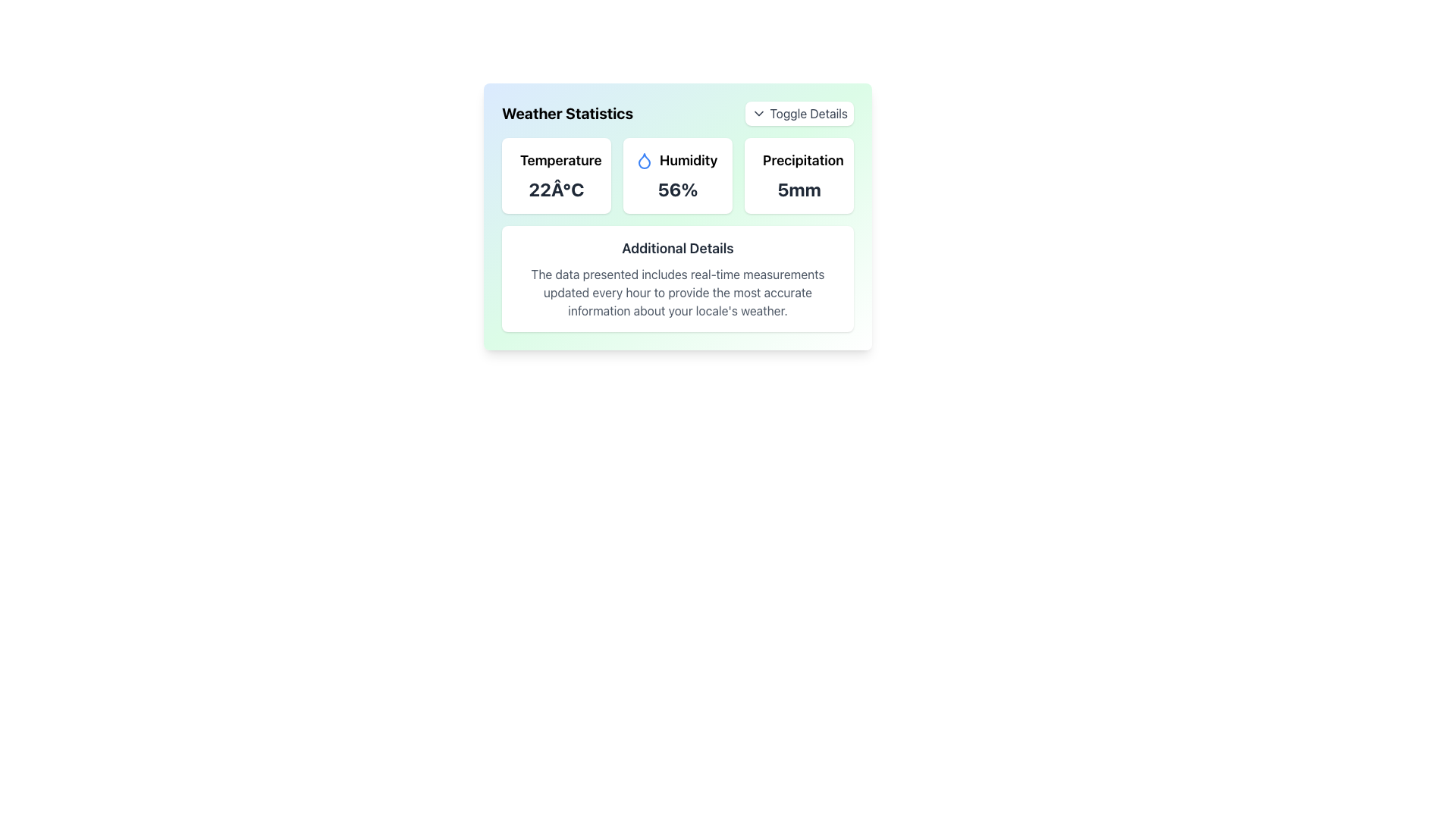 The height and width of the screenshot is (819, 1456). What do you see at coordinates (799, 189) in the screenshot?
I see `the text label displaying the precipitation level of '5mm' located within the 'Precipitation' section of the weather statistics card` at bounding box center [799, 189].